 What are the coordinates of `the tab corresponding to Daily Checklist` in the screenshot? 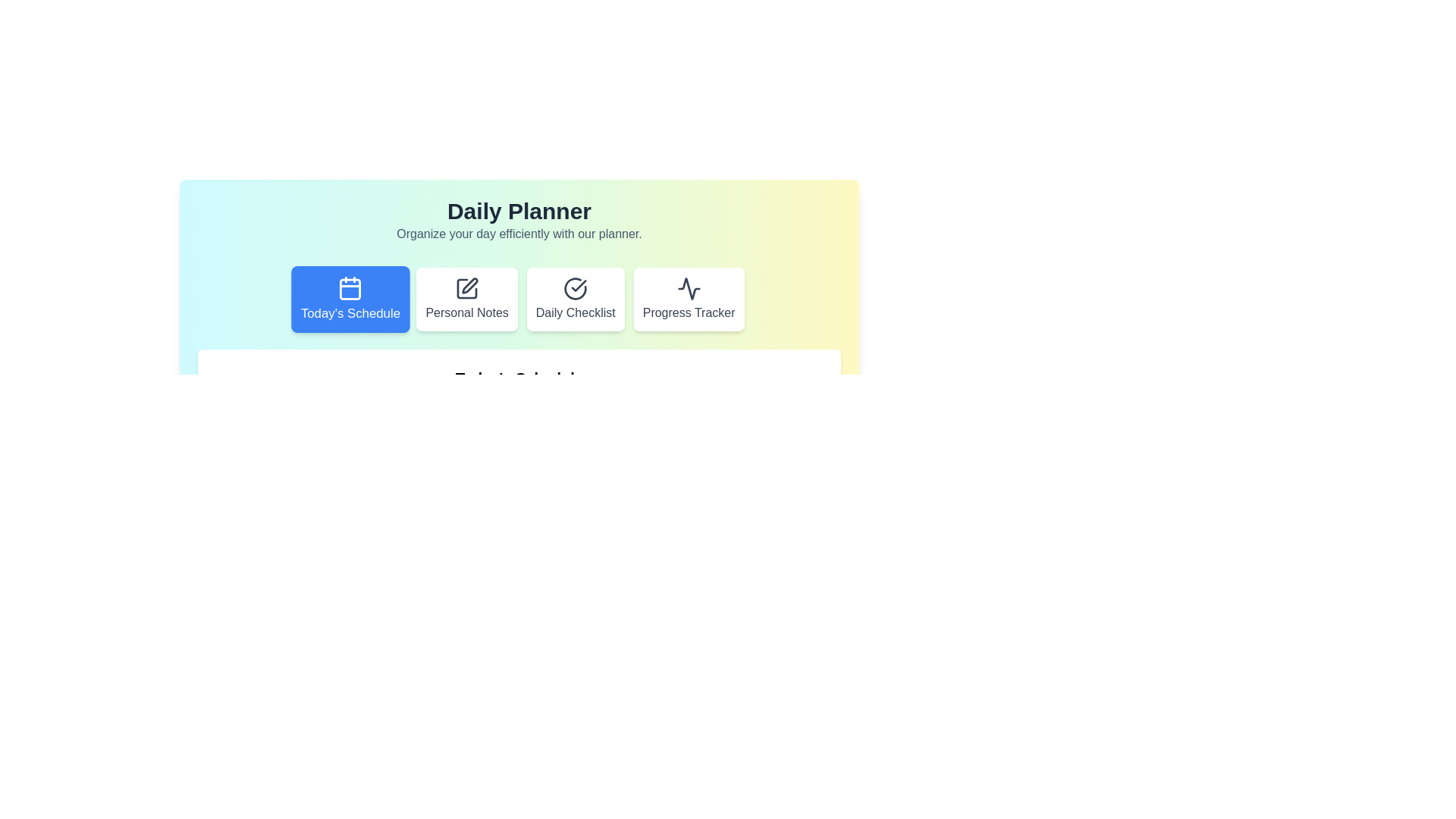 It's located at (575, 299).